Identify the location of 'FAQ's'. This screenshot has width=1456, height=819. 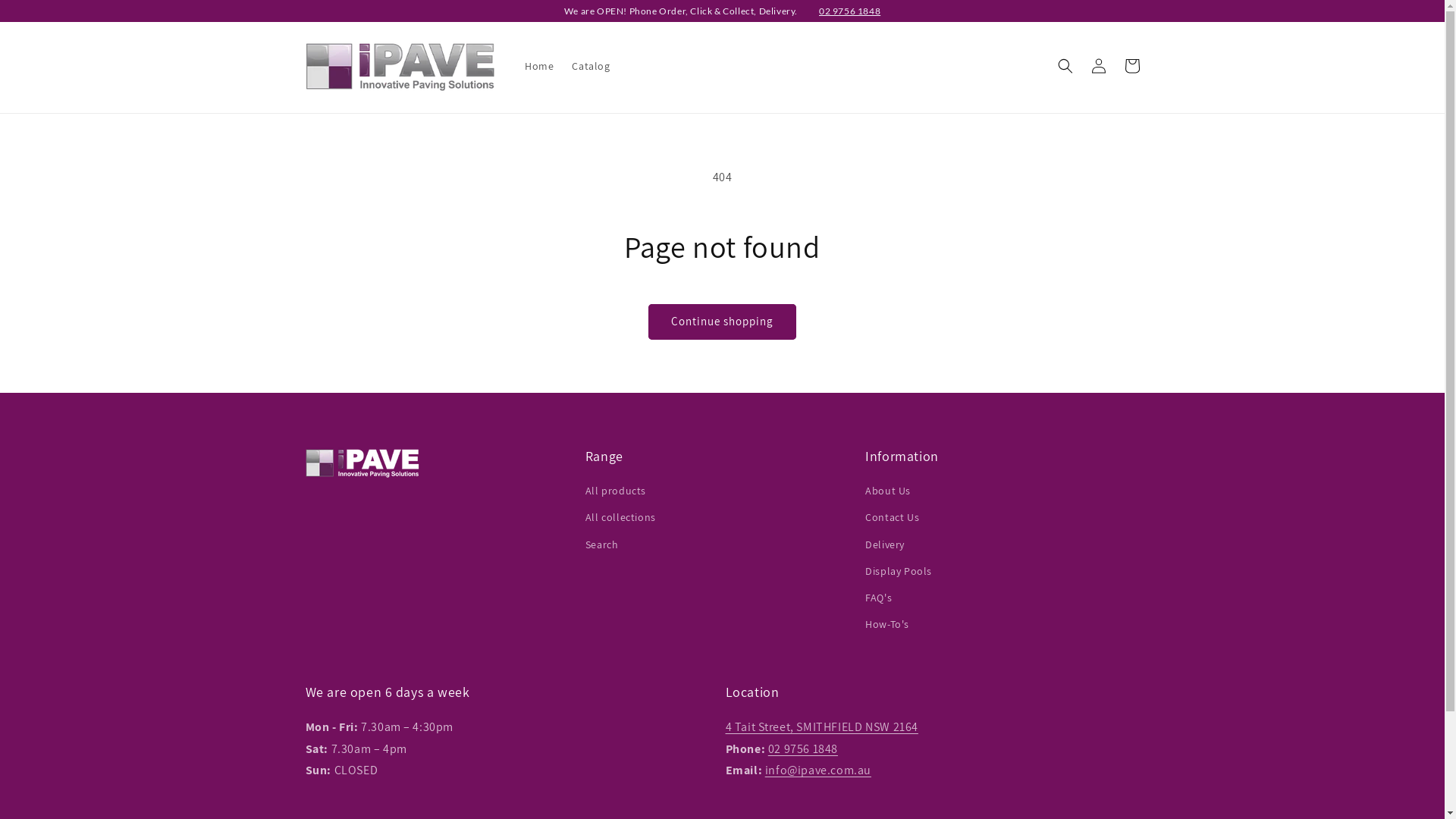
(878, 597).